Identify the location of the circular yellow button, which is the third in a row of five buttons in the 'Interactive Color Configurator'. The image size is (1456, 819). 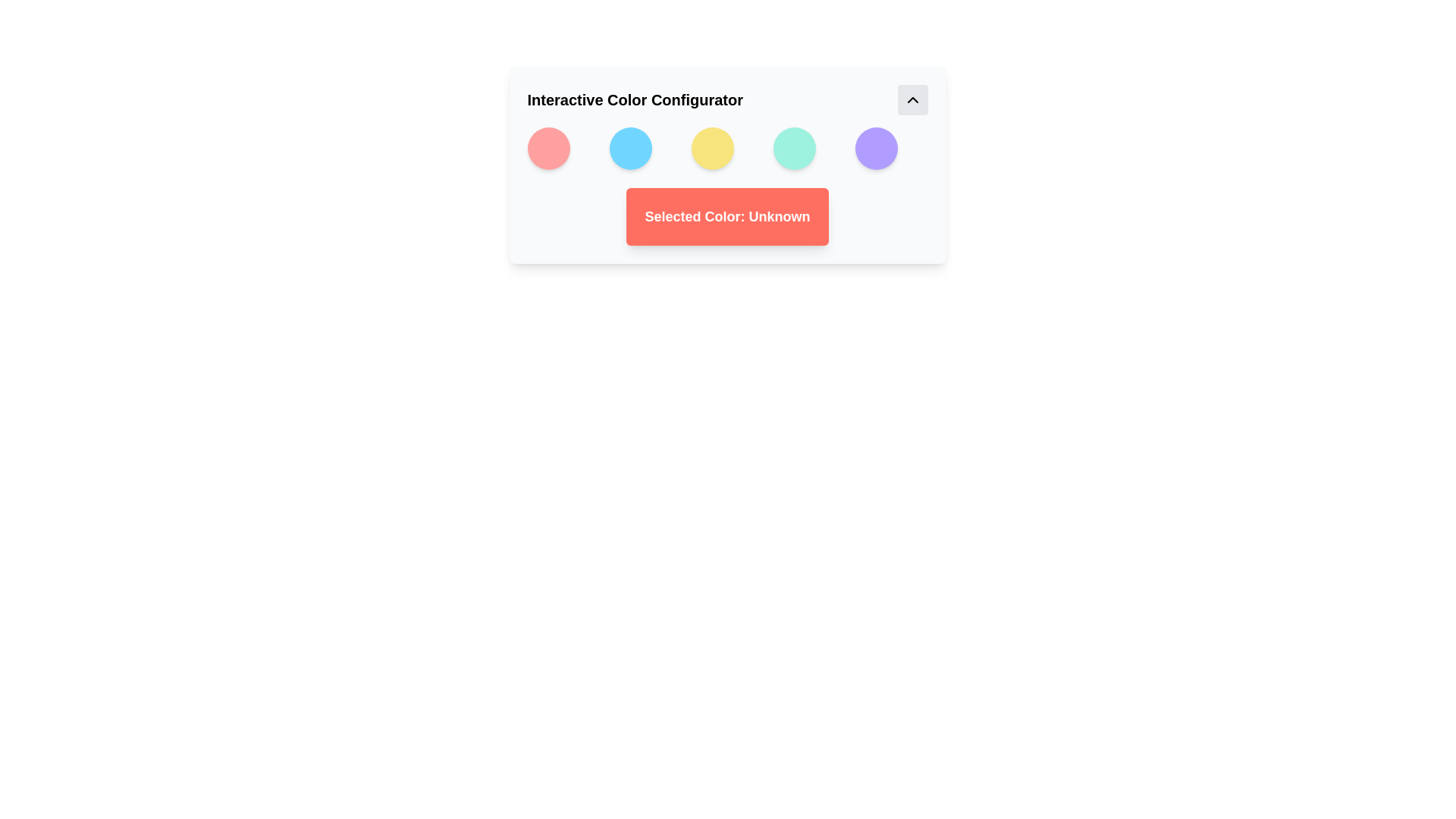
(711, 149).